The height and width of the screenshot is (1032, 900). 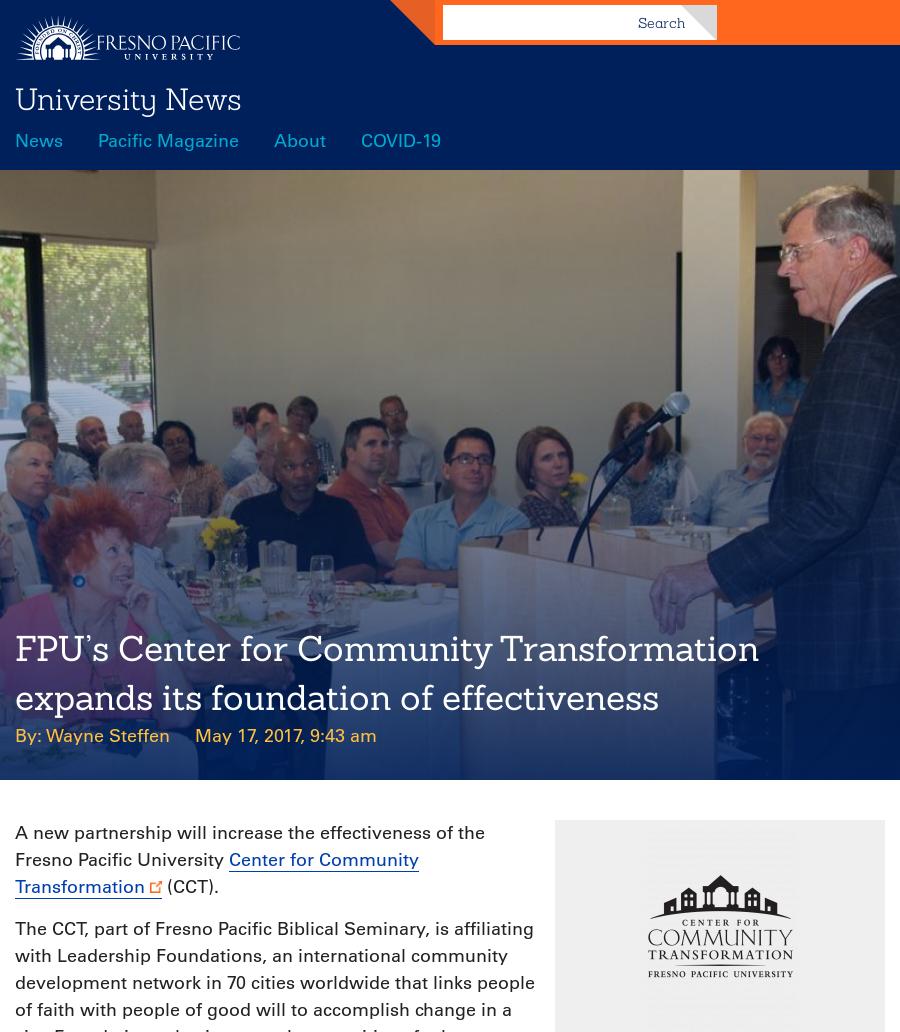 What do you see at coordinates (387, 671) in the screenshot?
I see `'FPU’s Center for Community Transformation expands its foundation of effectiveness'` at bounding box center [387, 671].